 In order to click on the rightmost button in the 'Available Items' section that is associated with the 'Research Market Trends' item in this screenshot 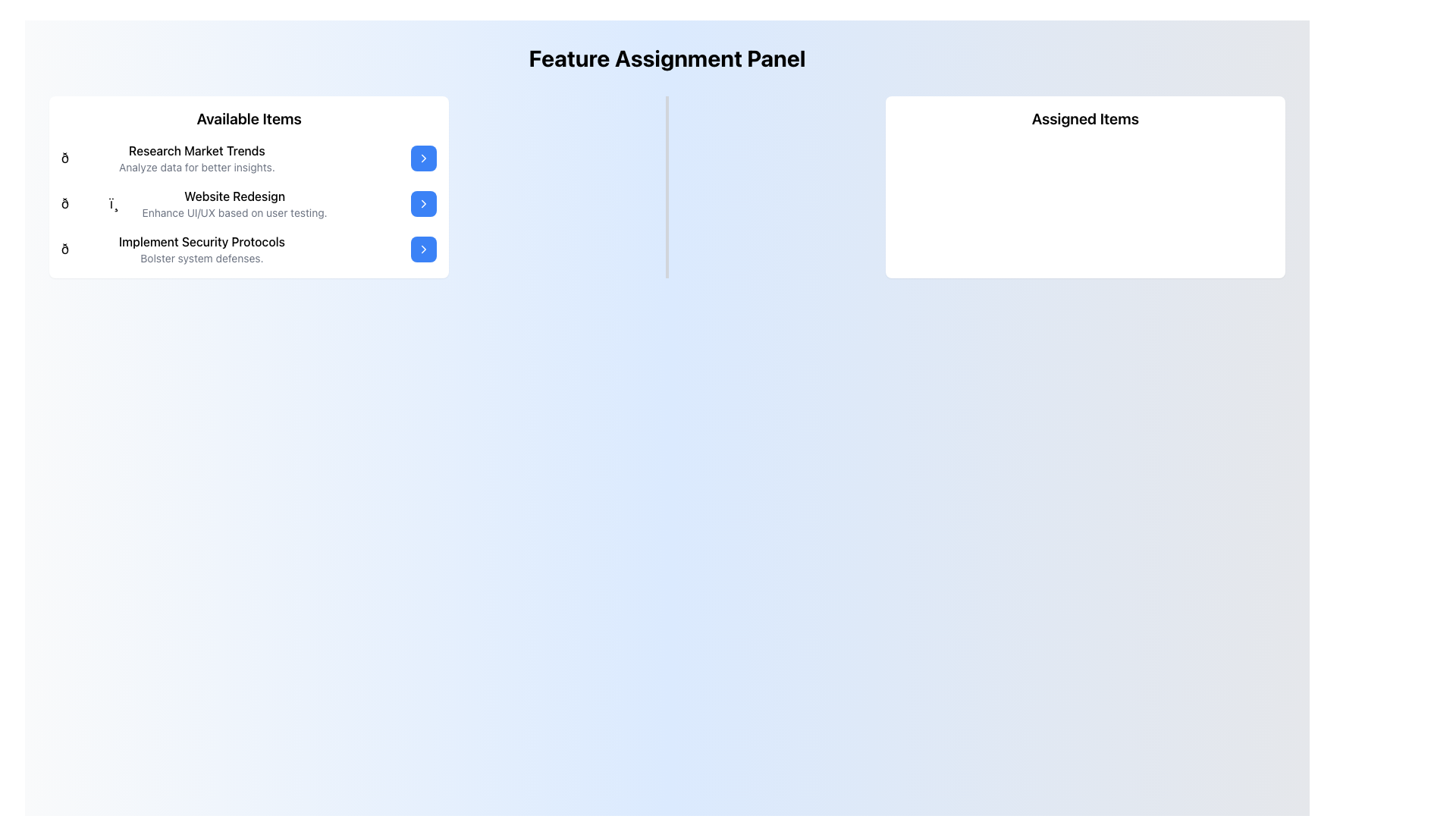, I will do `click(424, 158)`.